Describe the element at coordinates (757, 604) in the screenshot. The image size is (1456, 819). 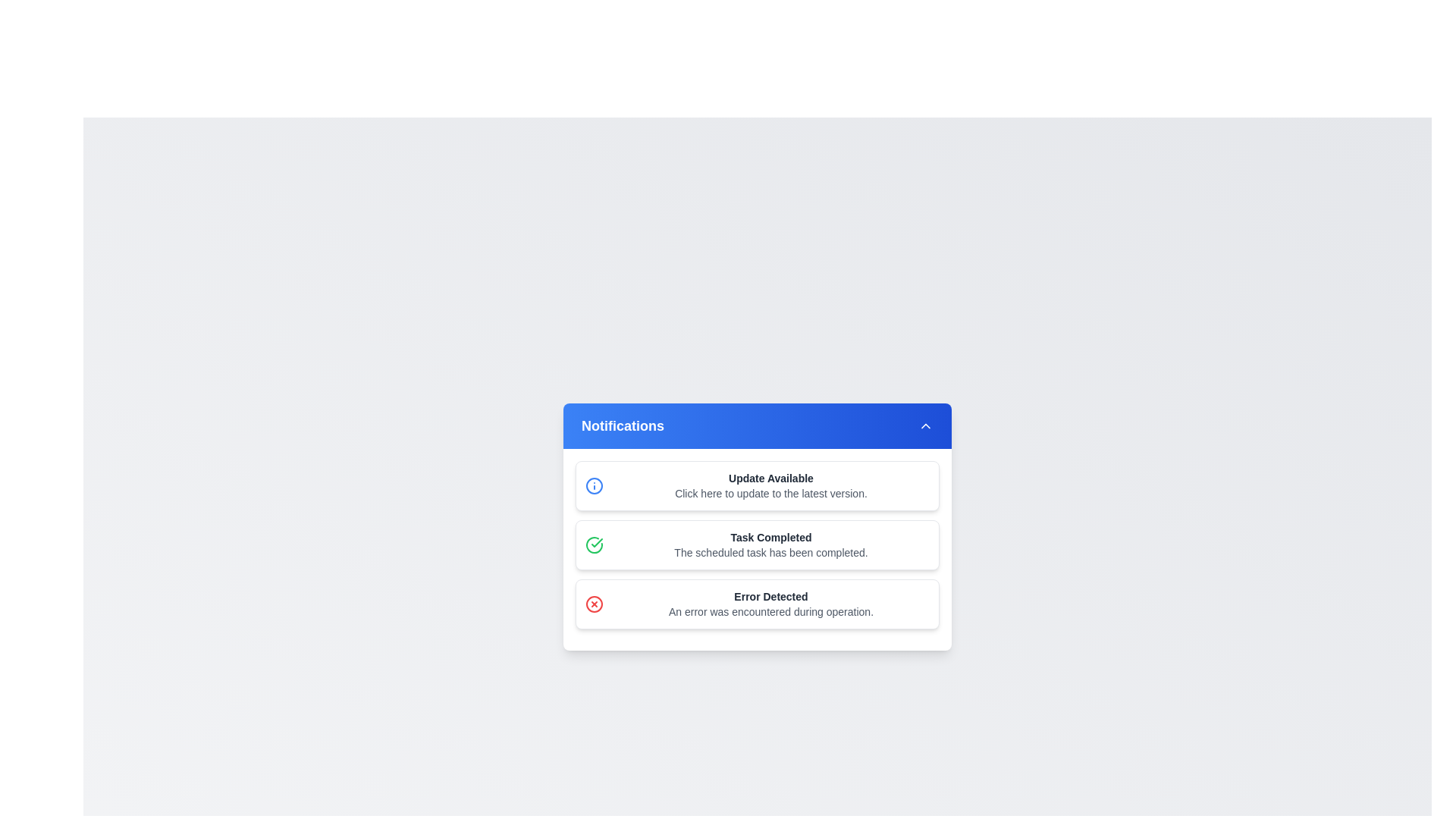
I see `the notification card titled 'Error Detected', which is the third item in the notification list, by clicking on it` at that location.